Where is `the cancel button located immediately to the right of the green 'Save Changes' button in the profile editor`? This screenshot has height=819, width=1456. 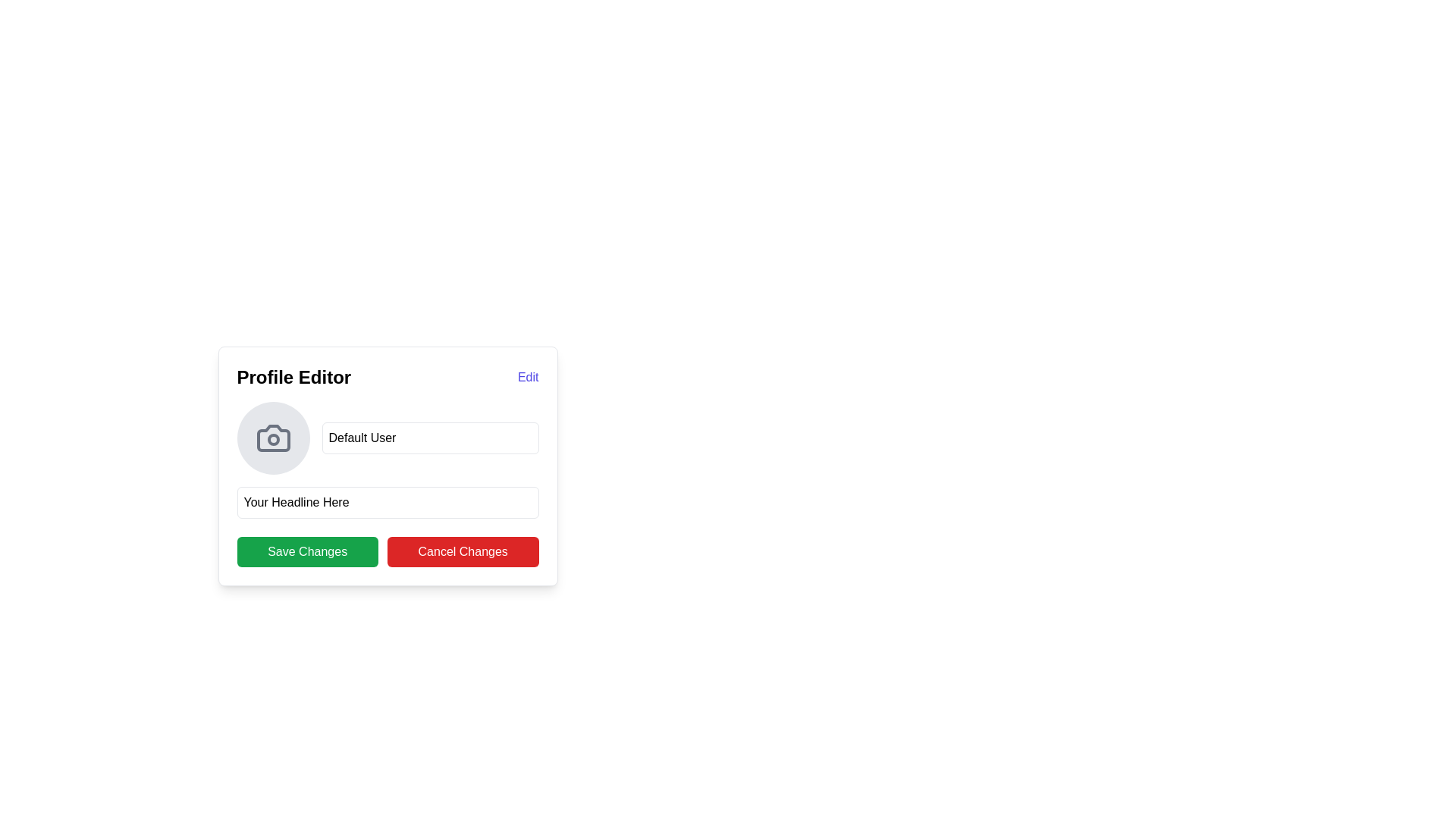
the cancel button located immediately to the right of the green 'Save Changes' button in the profile editor is located at coordinates (462, 552).